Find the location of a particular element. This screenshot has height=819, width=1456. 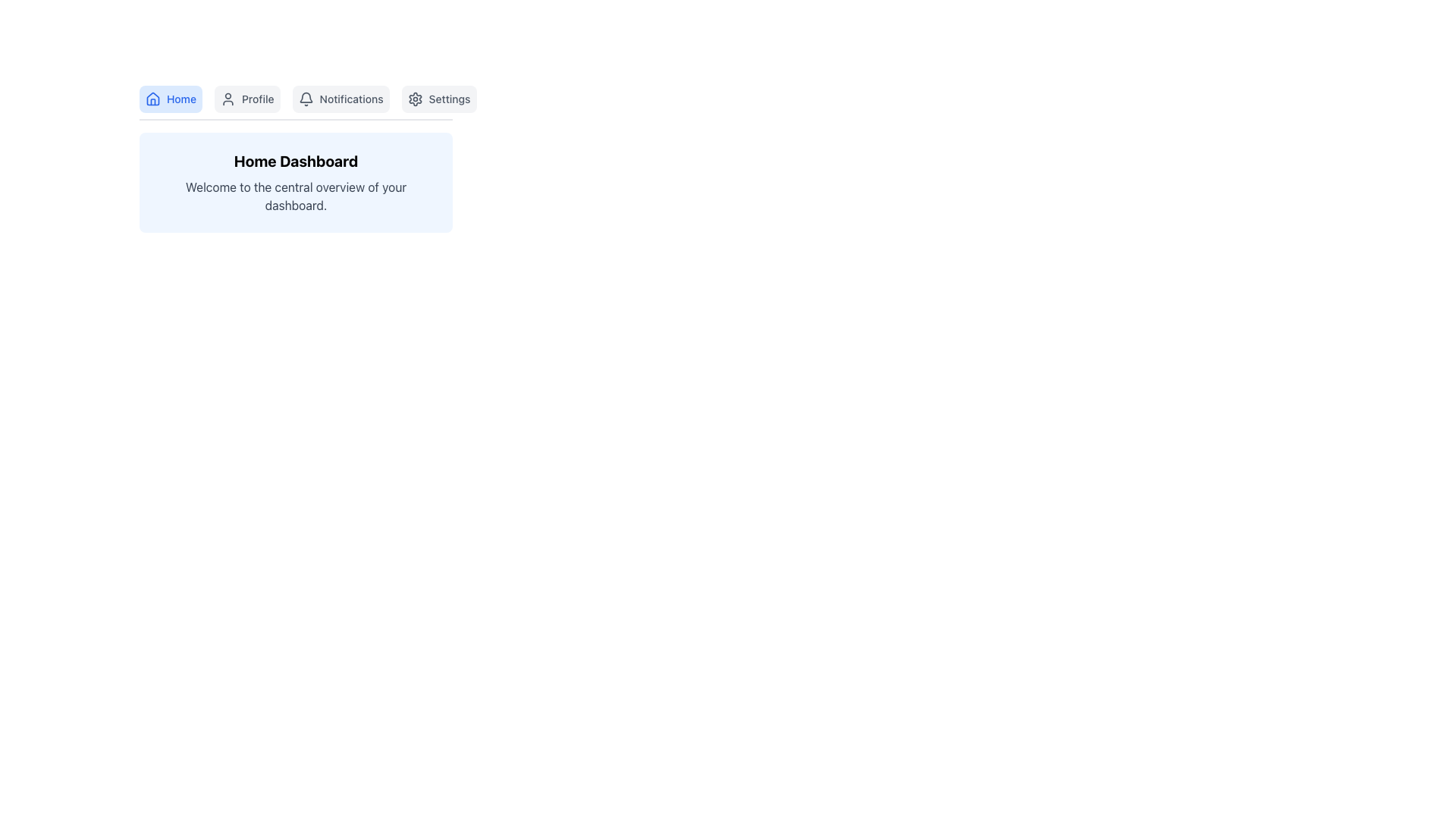

the 'Home' navigation button, which is the first button in a horizontal menu with a light blue background and bold blue text is located at coordinates (171, 99).